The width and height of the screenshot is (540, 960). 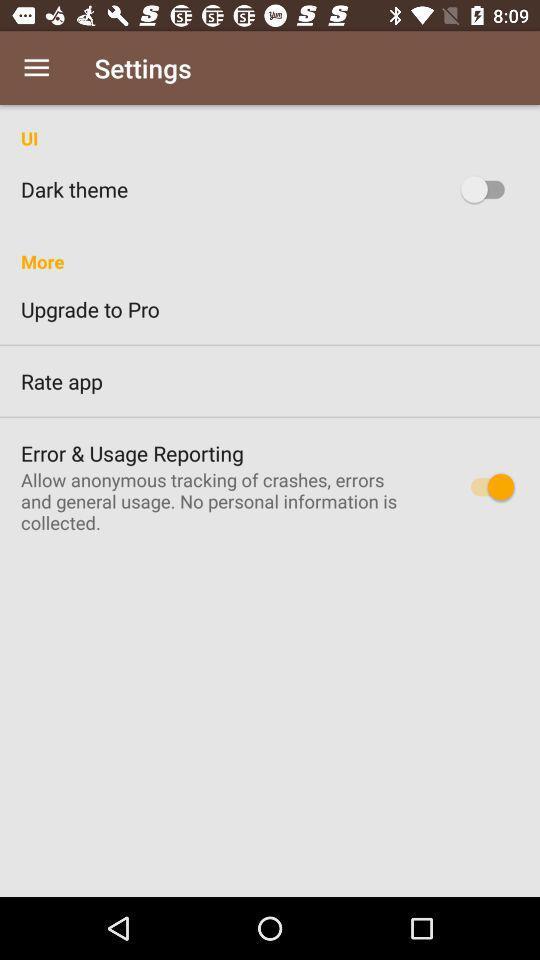 I want to click on rate app, so click(x=270, y=380).